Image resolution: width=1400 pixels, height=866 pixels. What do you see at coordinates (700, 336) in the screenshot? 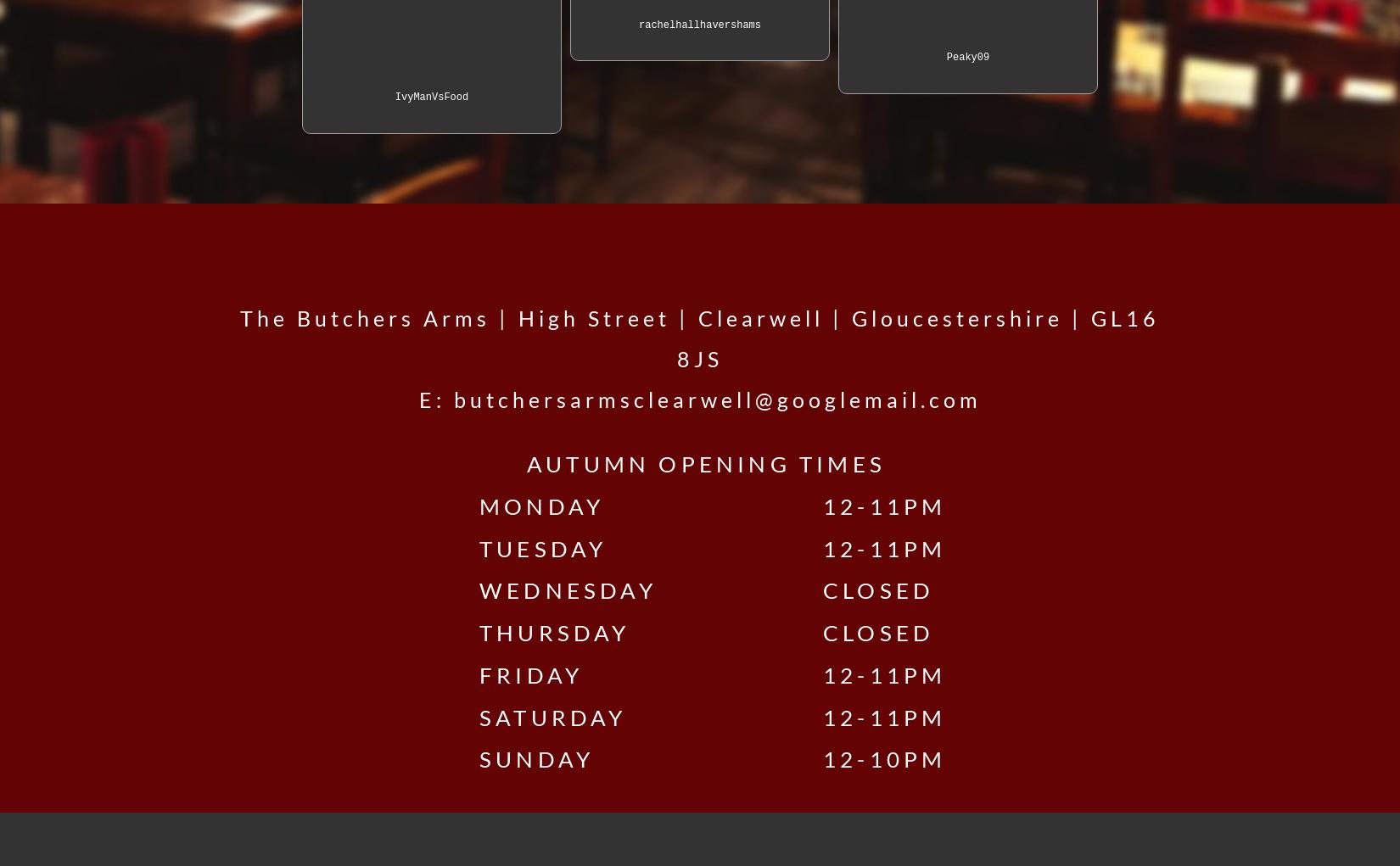
I see `'The Butchers Arms | High Street | Clearwell | Gloucestershire | GL16 8JS'` at bounding box center [700, 336].